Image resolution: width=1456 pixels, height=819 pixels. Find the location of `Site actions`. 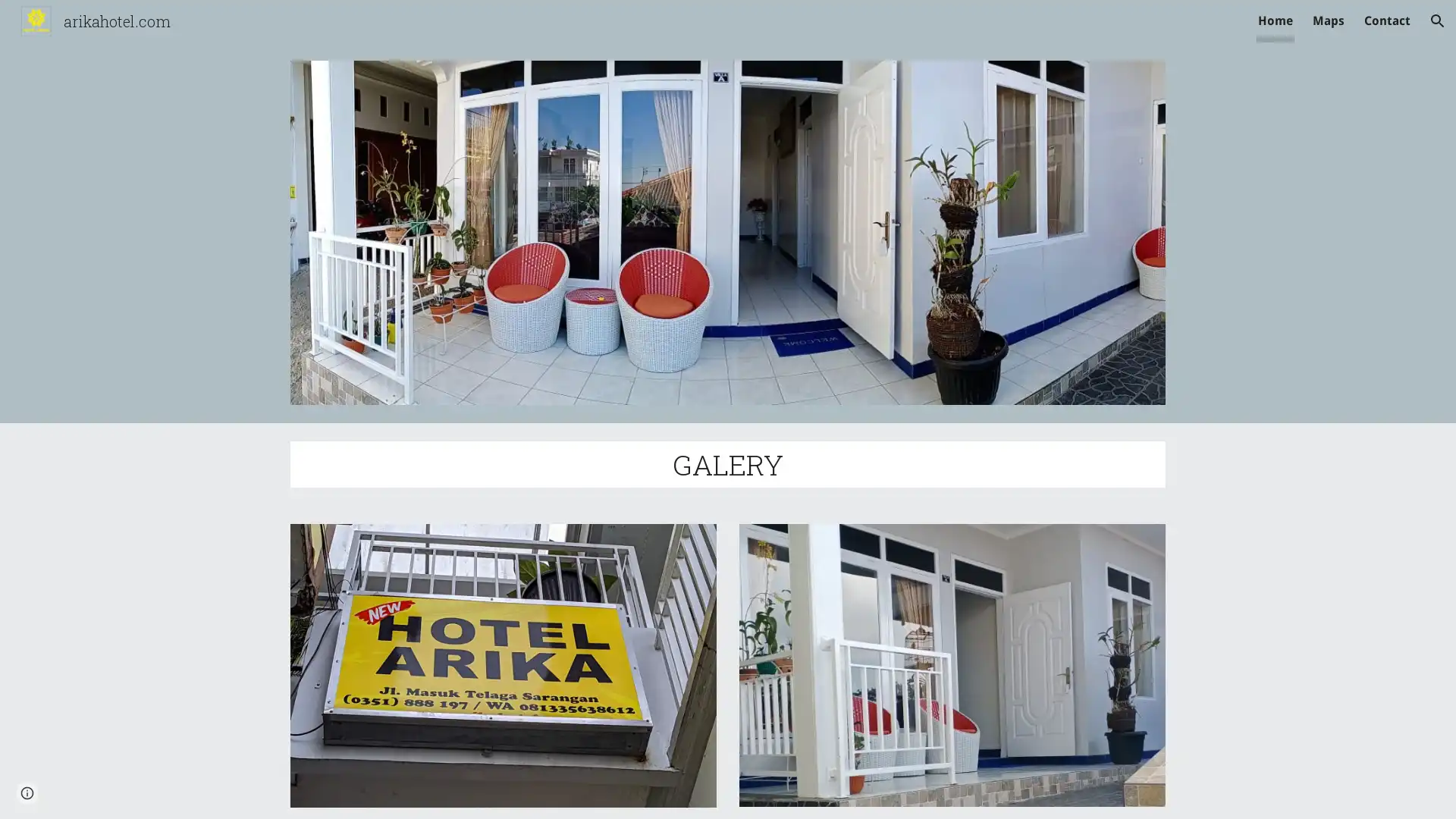

Site actions is located at coordinates (27, 792).